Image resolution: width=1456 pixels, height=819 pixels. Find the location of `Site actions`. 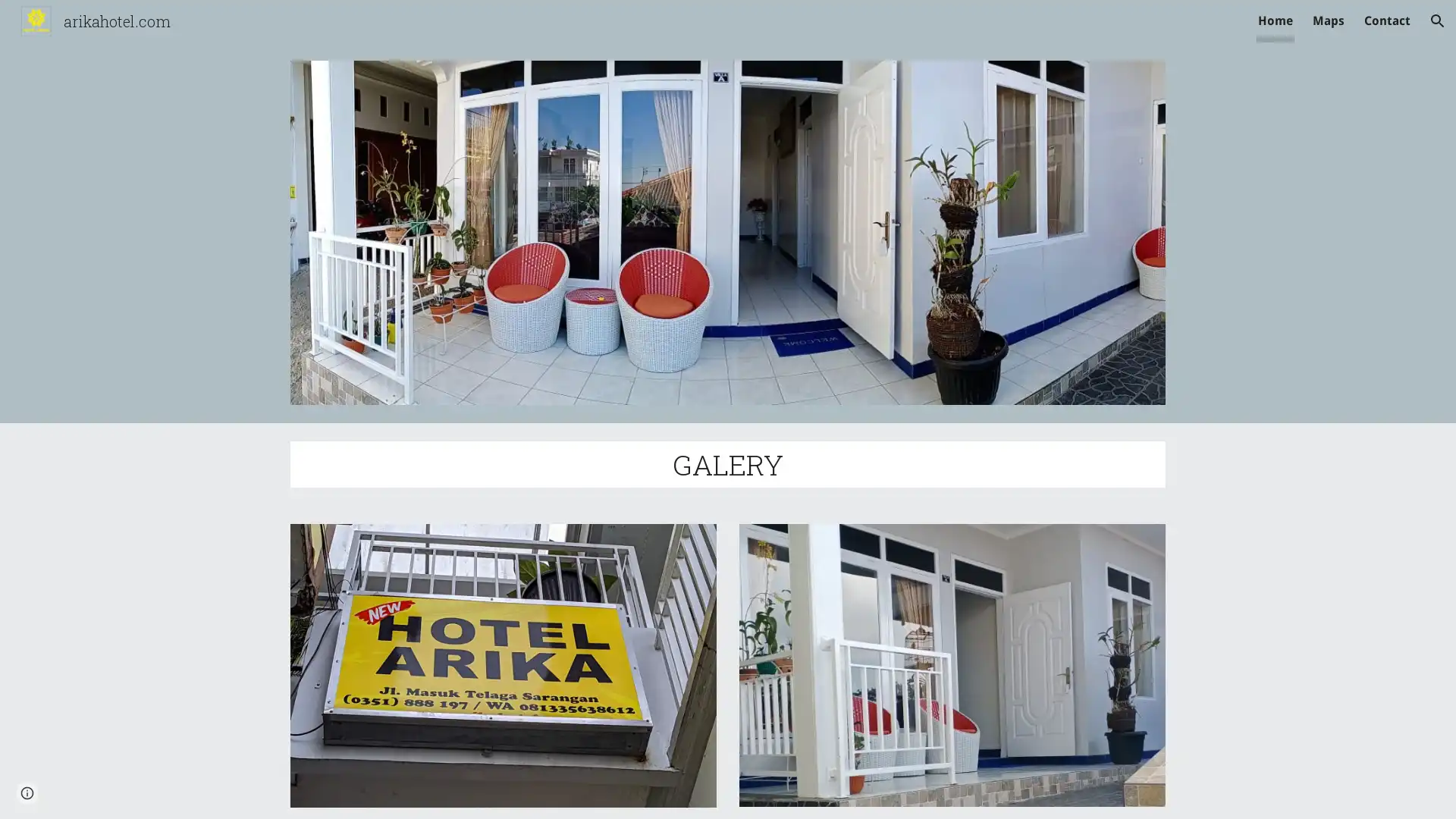

Site actions is located at coordinates (27, 792).